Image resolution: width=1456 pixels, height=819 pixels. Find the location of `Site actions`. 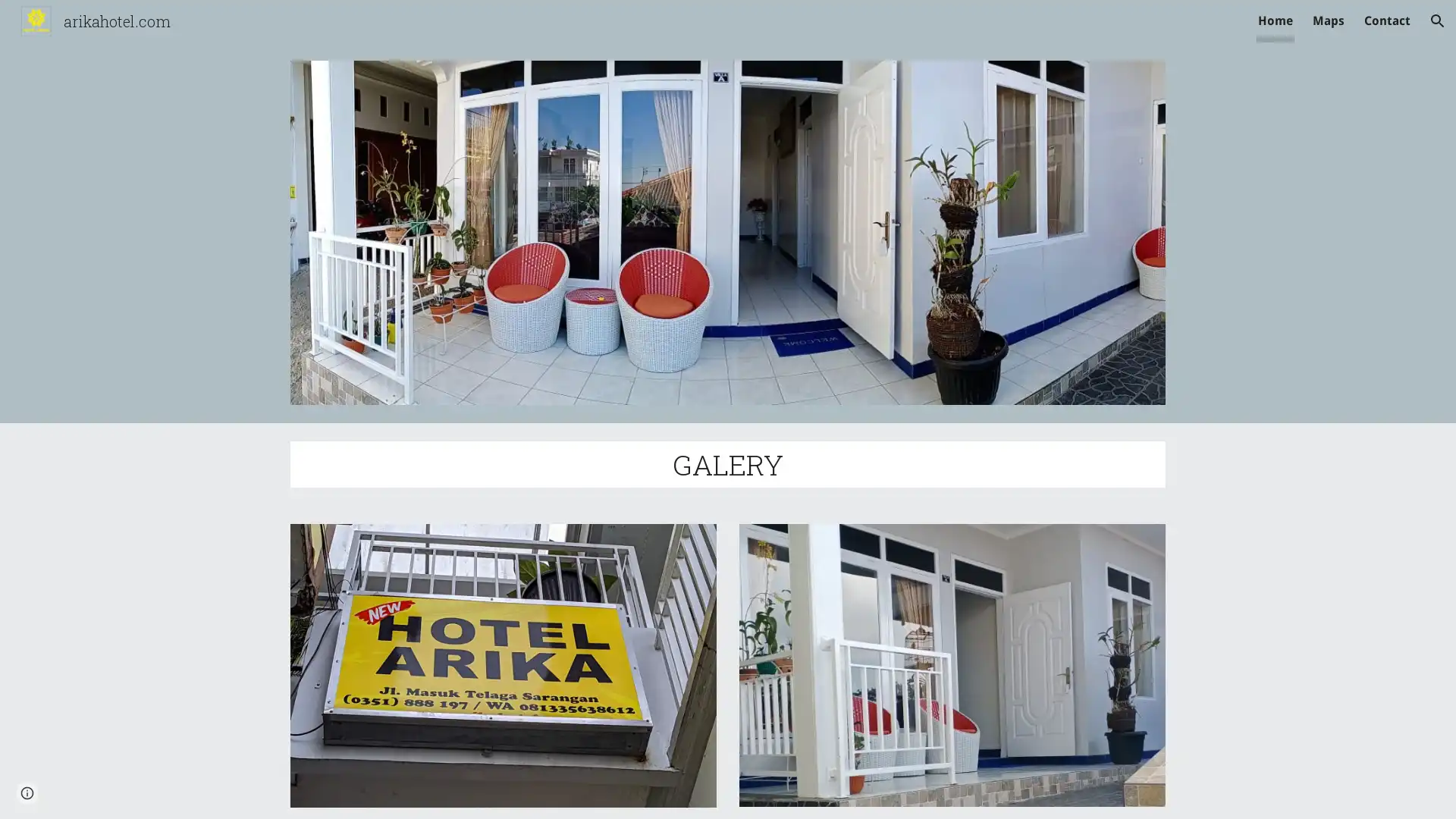

Site actions is located at coordinates (27, 792).